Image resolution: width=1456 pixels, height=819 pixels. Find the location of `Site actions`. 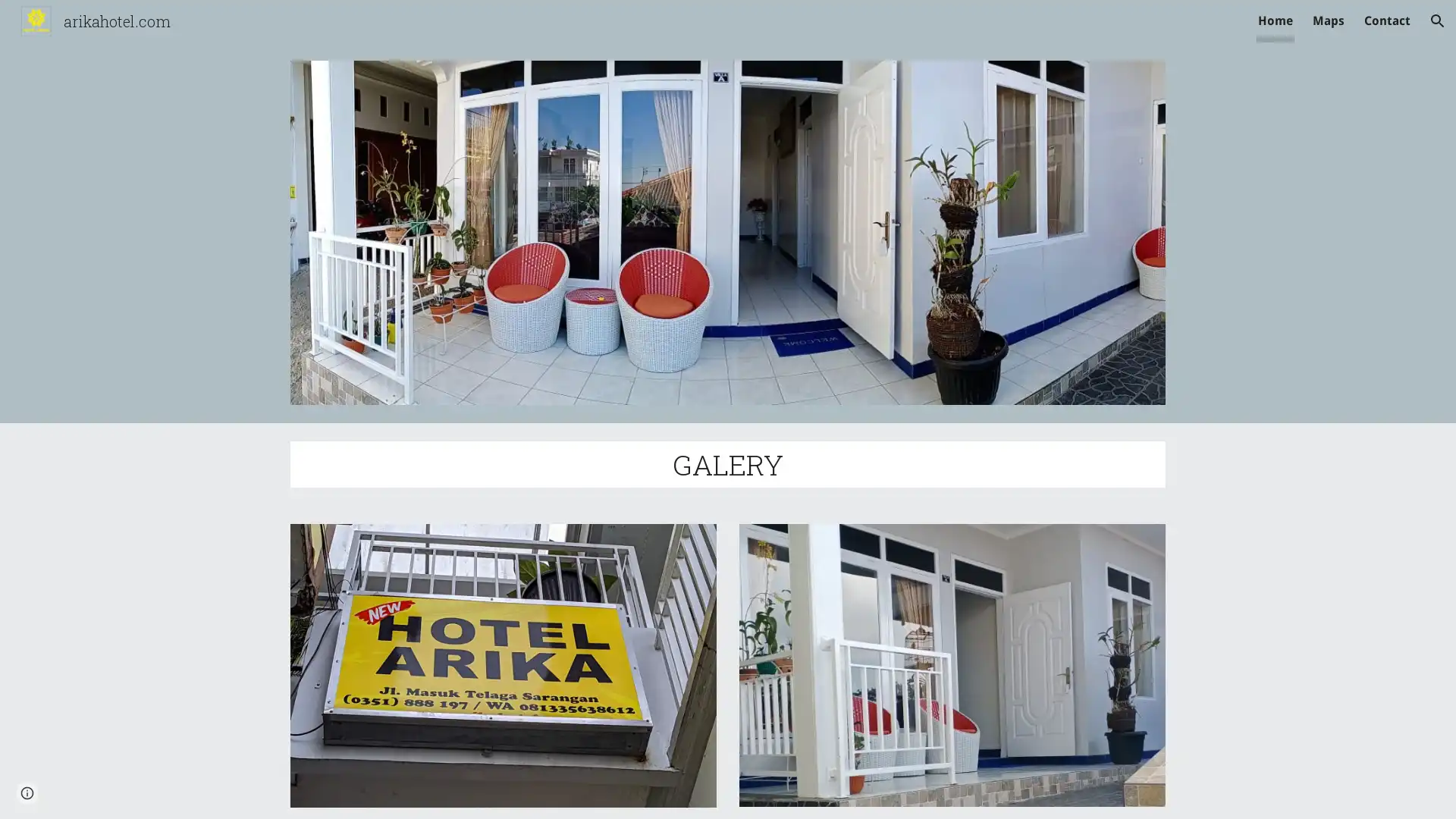

Site actions is located at coordinates (27, 792).